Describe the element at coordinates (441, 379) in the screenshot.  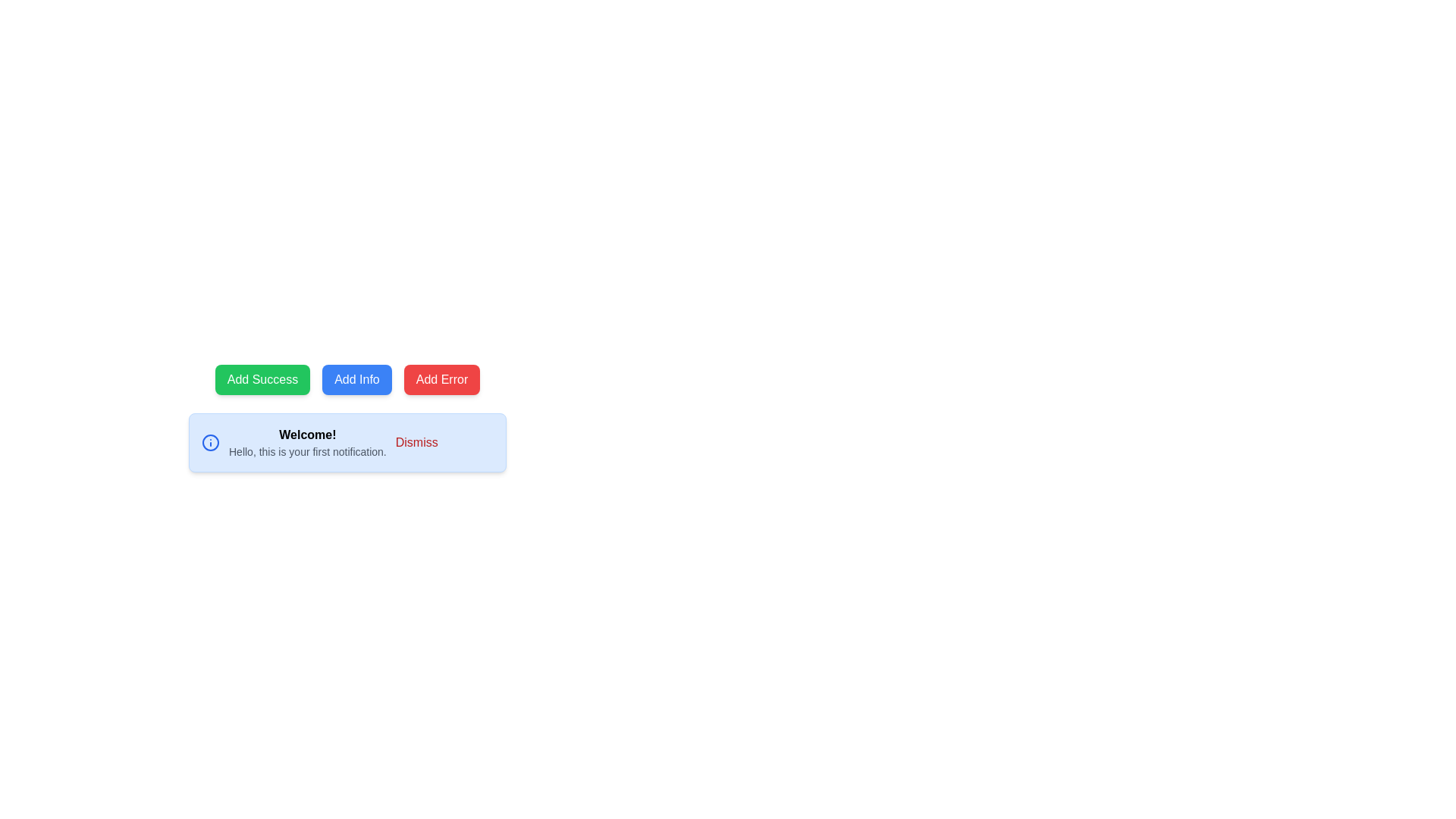
I see `the error-triggering button located to the right of the 'Add Success' and 'Add Info' buttons` at that location.